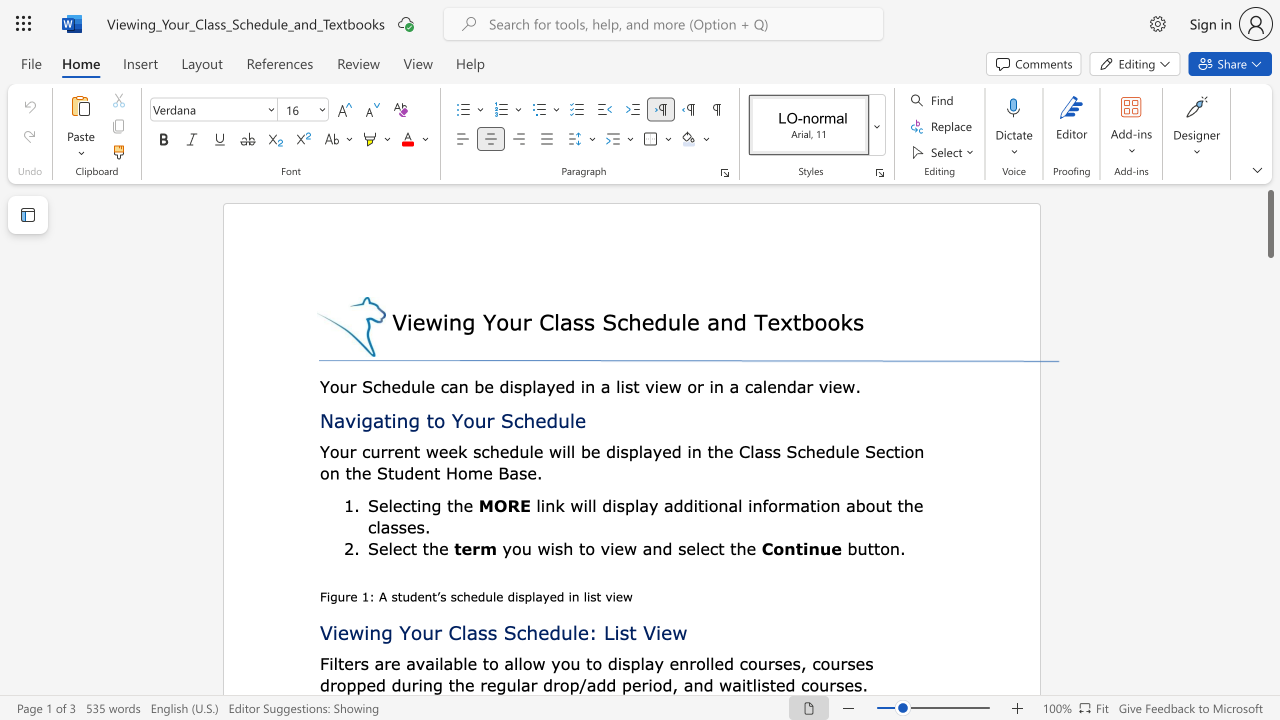  I want to click on the right-hand scrollbar to descend the page, so click(1269, 518).